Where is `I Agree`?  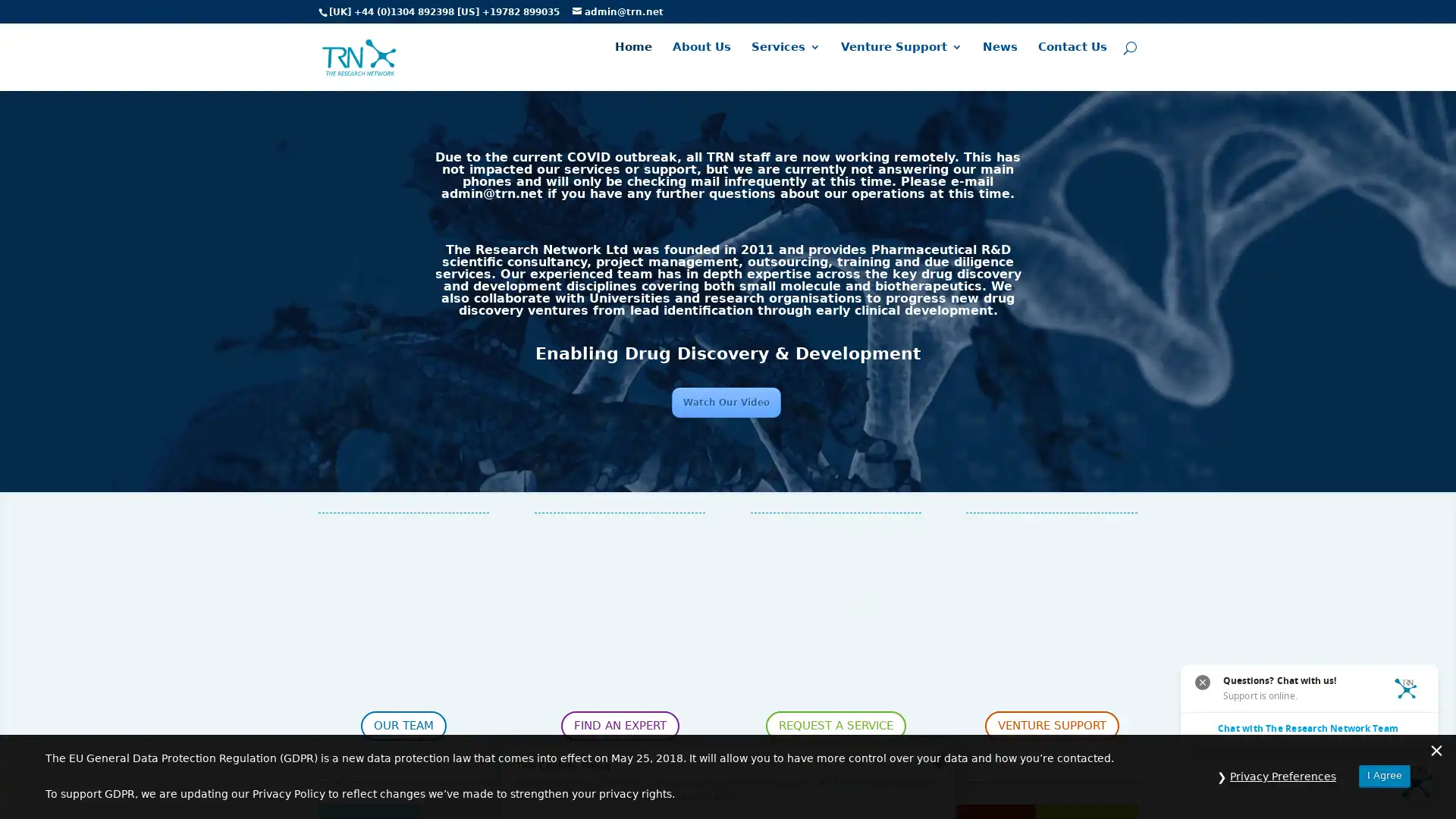 I Agree is located at coordinates (1384, 775).